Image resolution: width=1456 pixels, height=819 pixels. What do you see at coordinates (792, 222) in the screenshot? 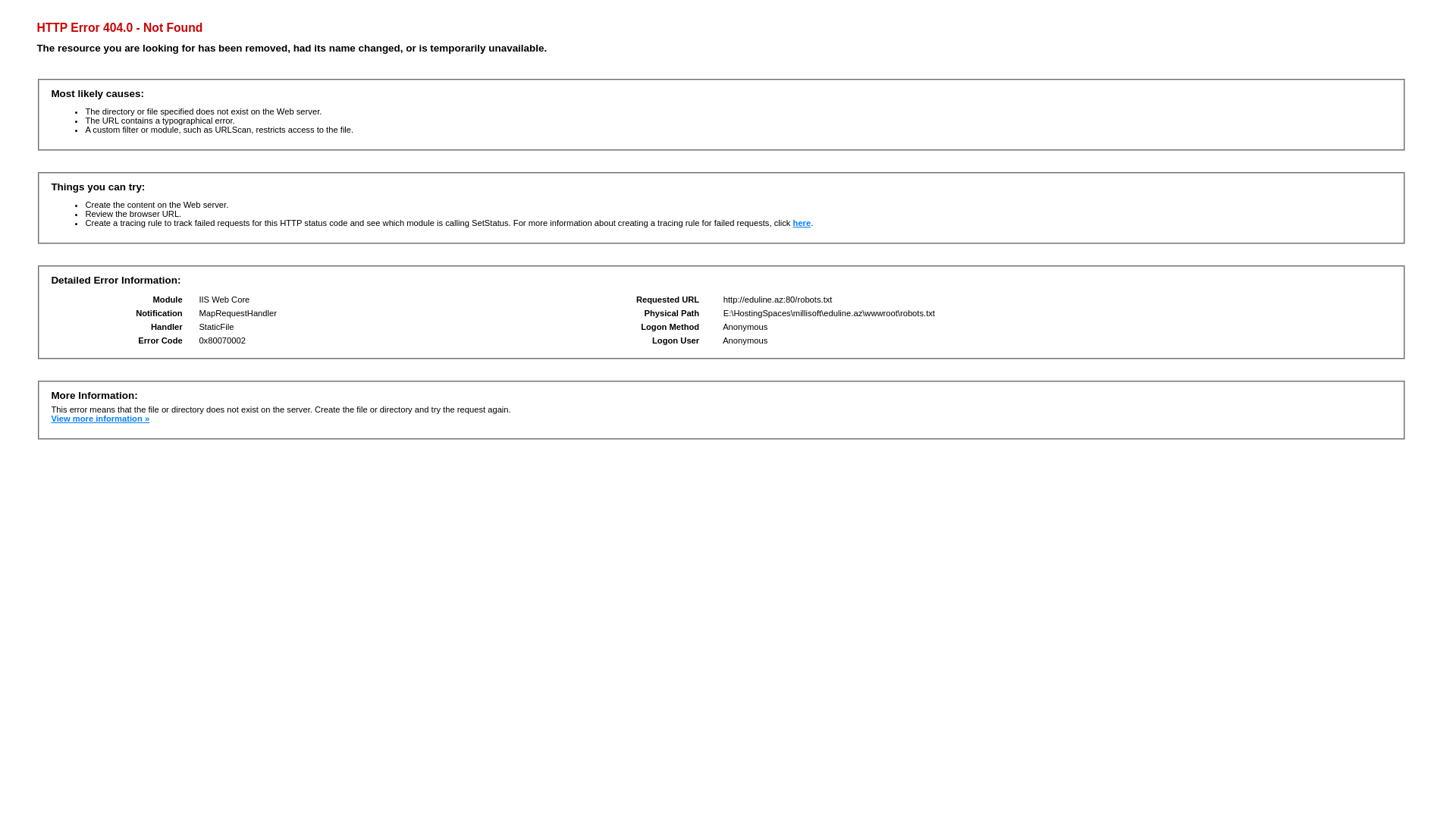
I see `'here'` at bounding box center [792, 222].